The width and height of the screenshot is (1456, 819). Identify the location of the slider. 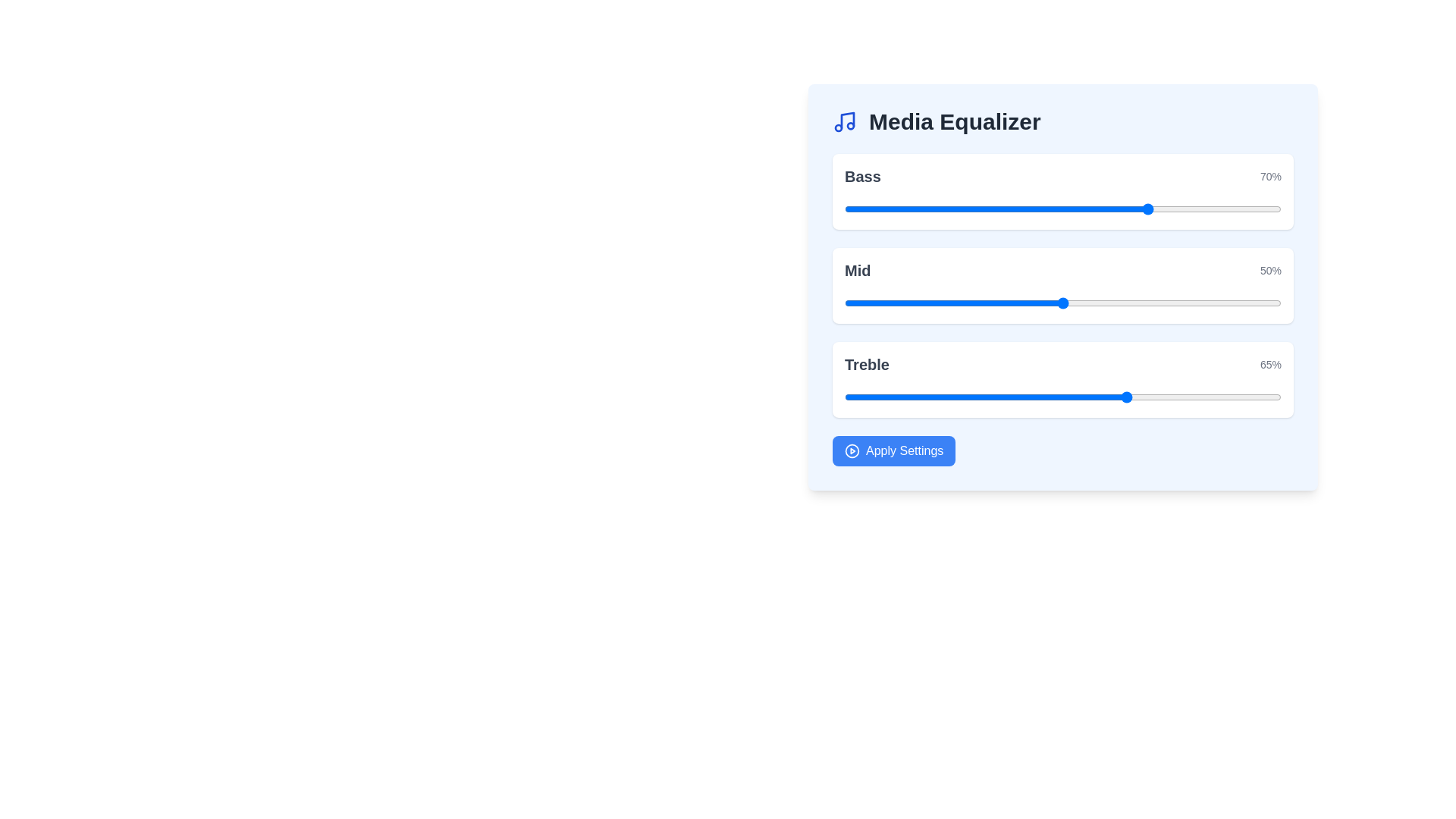
(1175, 303).